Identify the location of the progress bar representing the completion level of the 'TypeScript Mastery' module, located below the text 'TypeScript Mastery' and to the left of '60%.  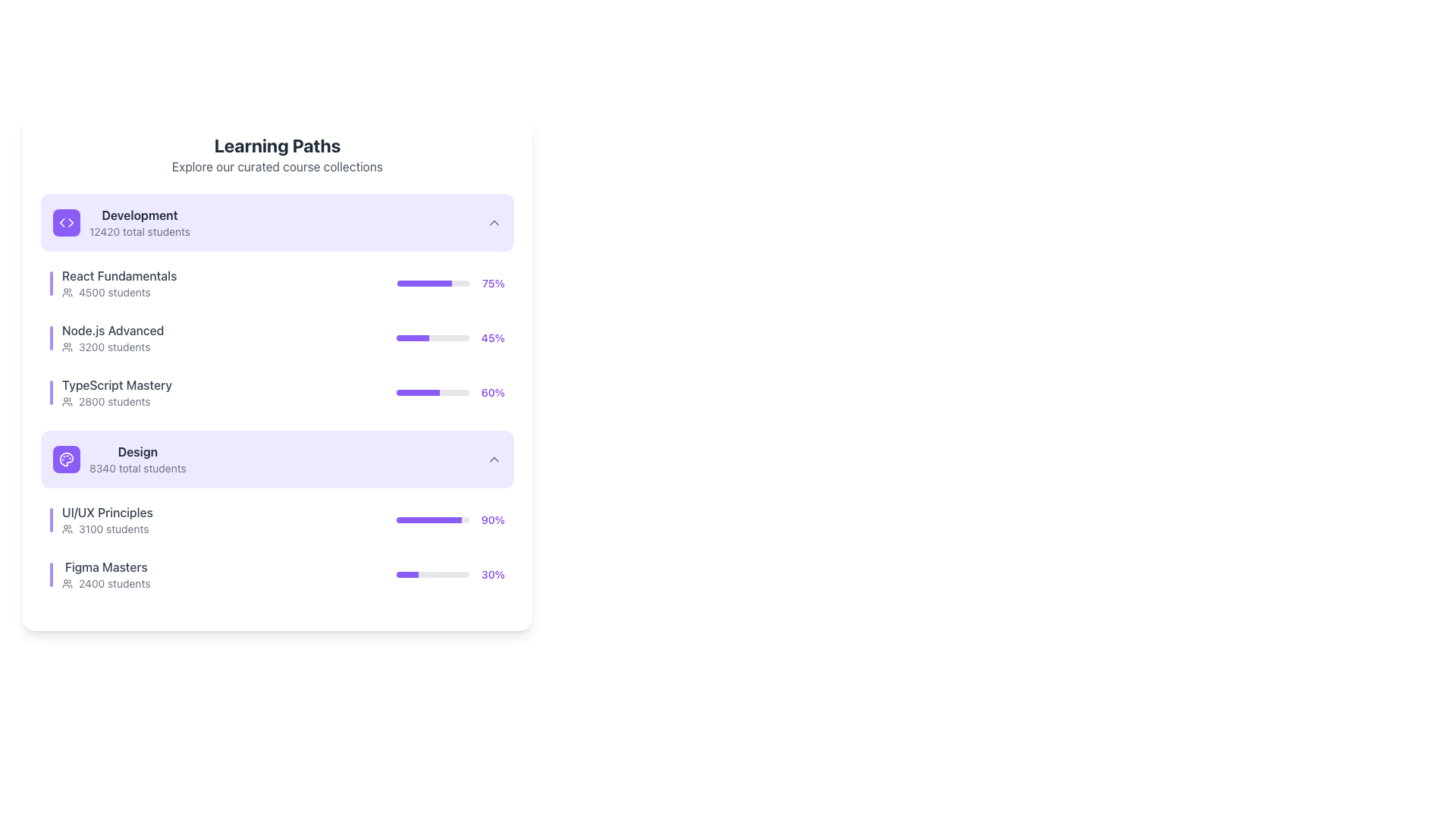
(431, 391).